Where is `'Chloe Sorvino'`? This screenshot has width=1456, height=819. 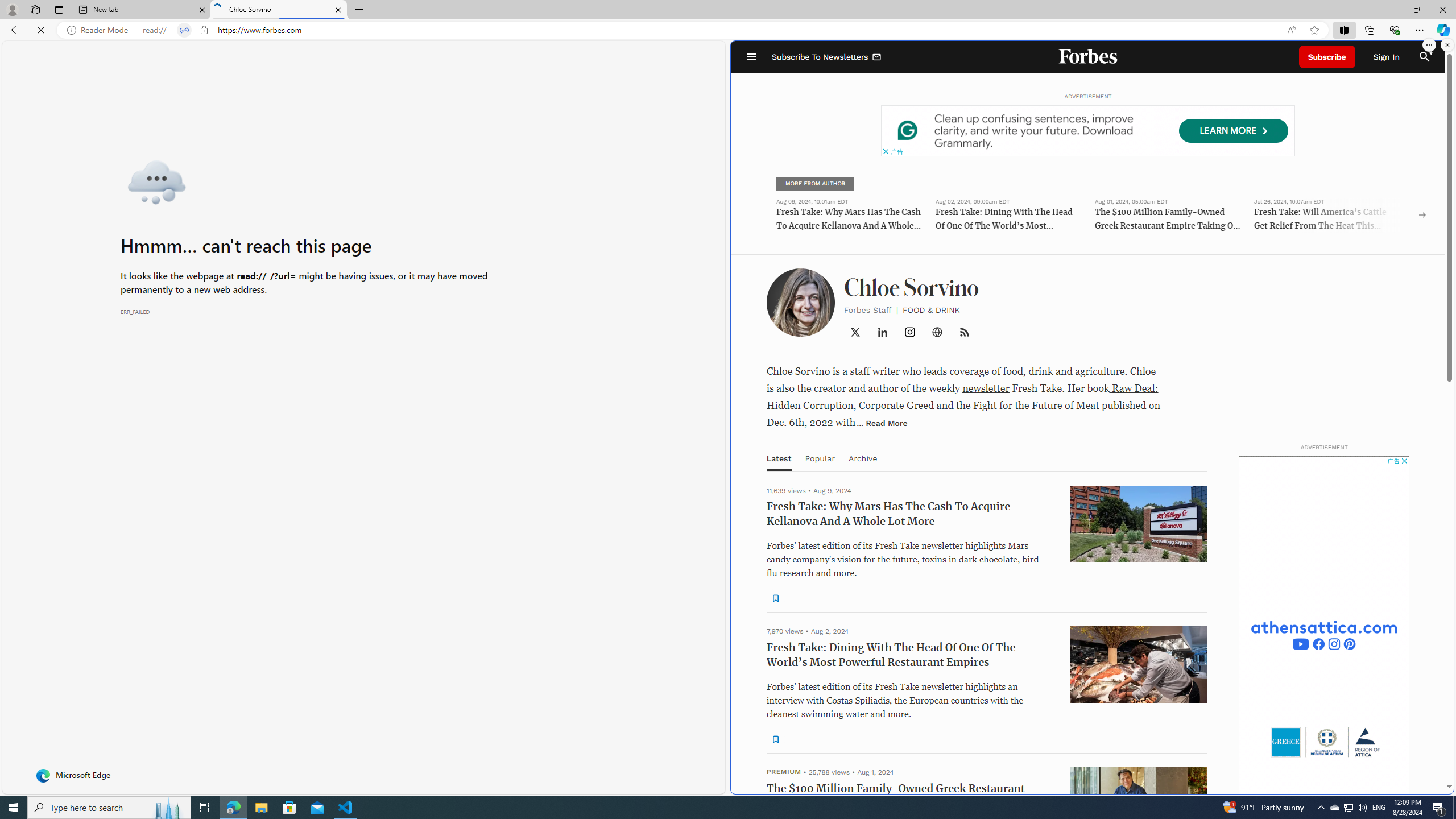
'Chloe Sorvino' is located at coordinates (278, 9).